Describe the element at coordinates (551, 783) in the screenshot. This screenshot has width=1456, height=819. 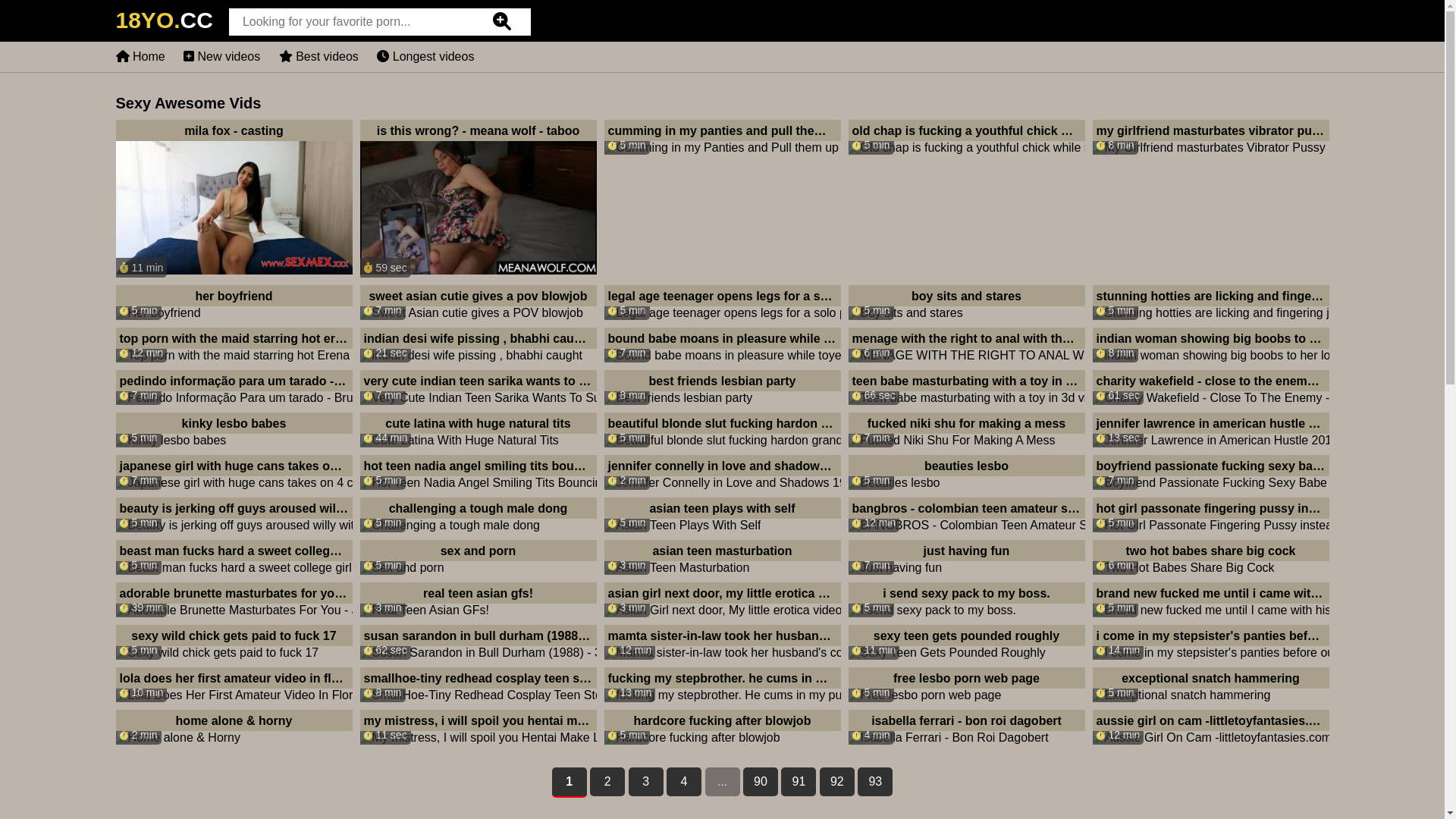
I see `'1'` at that location.